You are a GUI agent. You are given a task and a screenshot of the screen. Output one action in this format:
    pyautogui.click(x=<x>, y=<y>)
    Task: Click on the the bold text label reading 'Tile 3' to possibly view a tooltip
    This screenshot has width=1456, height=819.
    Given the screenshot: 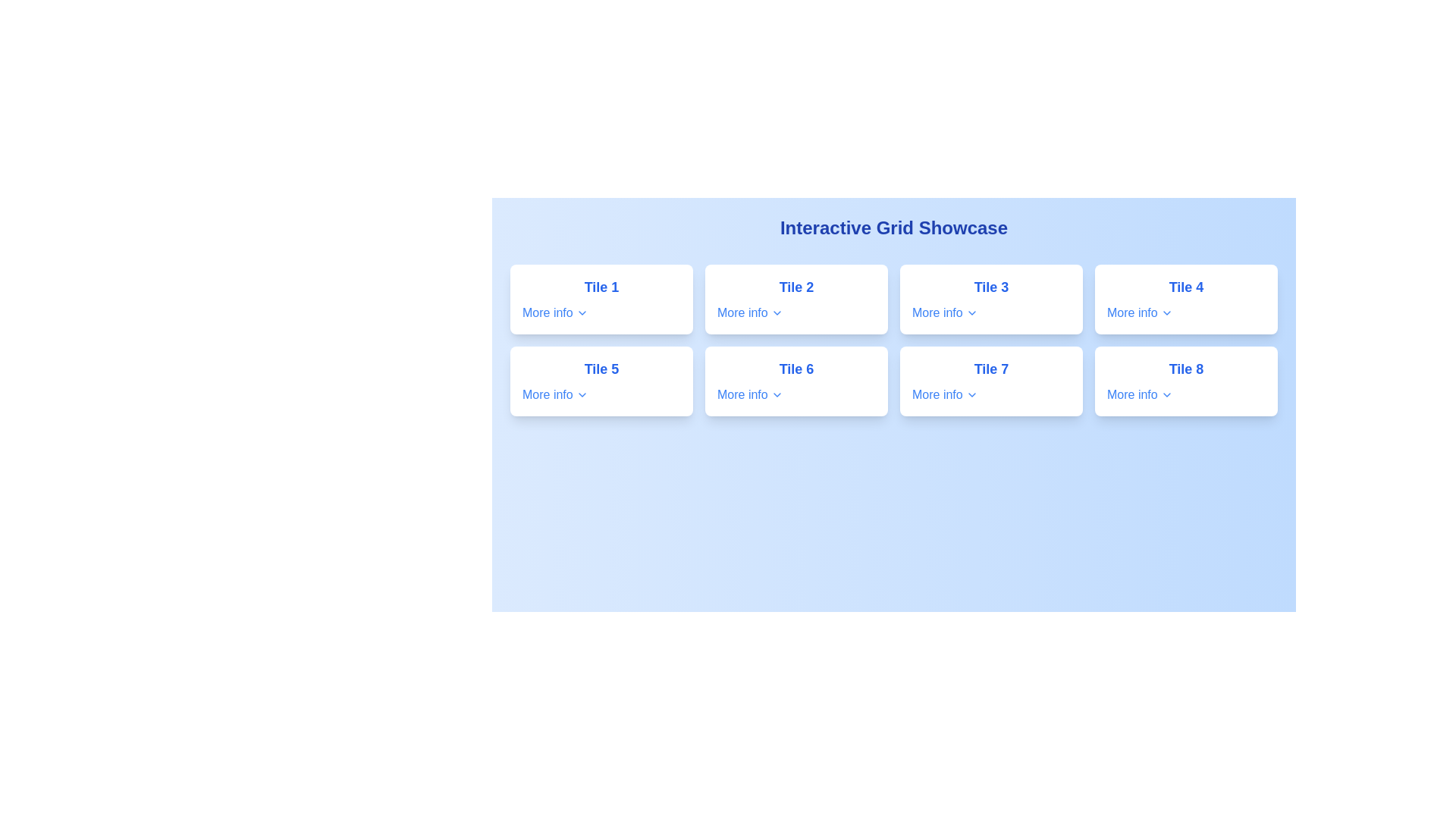 What is the action you would take?
    pyautogui.click(x=991, y=287)
    